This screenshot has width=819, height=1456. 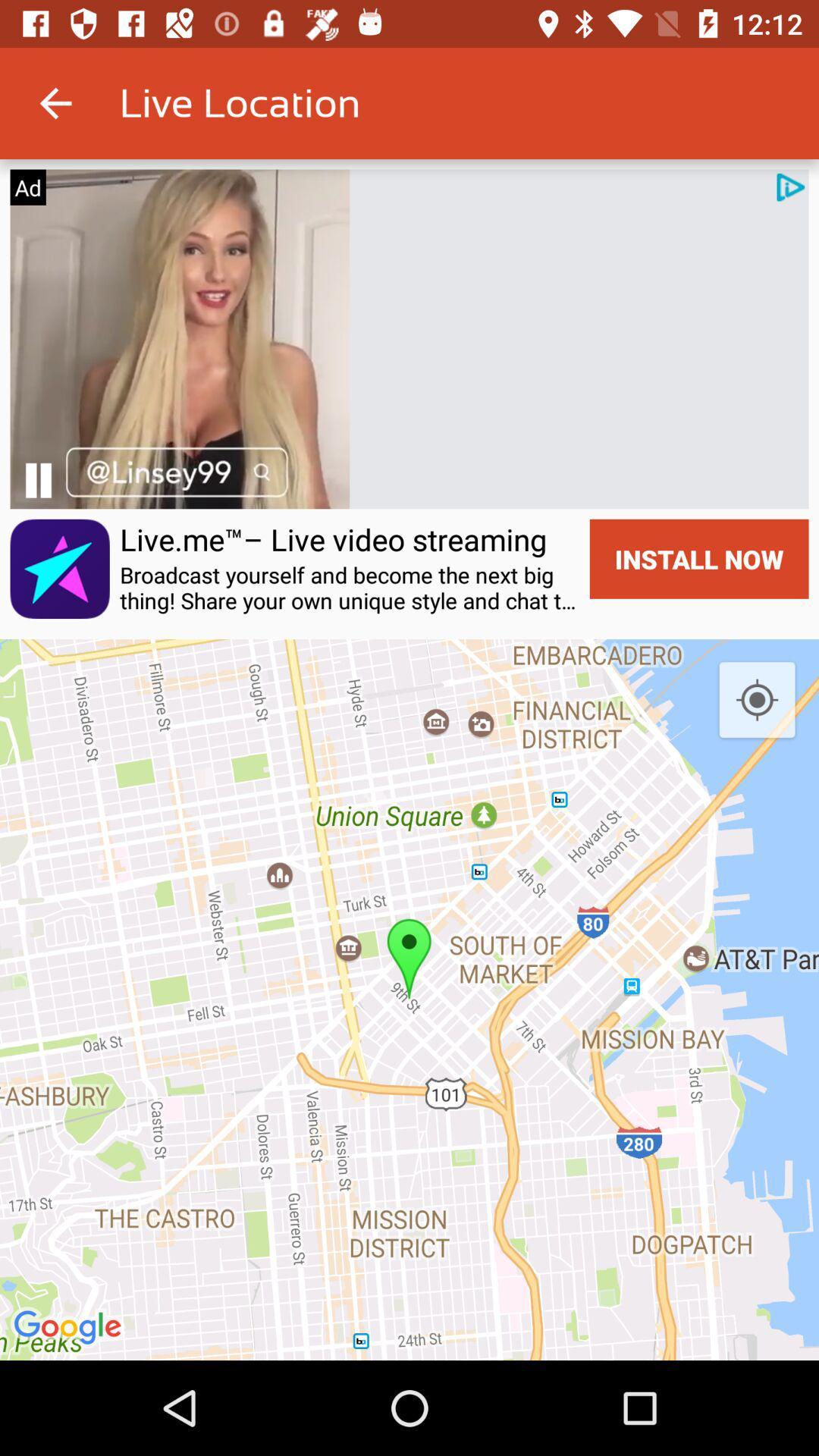 What do you see at coordinates (757, 700) in the screenshot?
I see `the location_crosshair icon` at bounding box center [757, 700].